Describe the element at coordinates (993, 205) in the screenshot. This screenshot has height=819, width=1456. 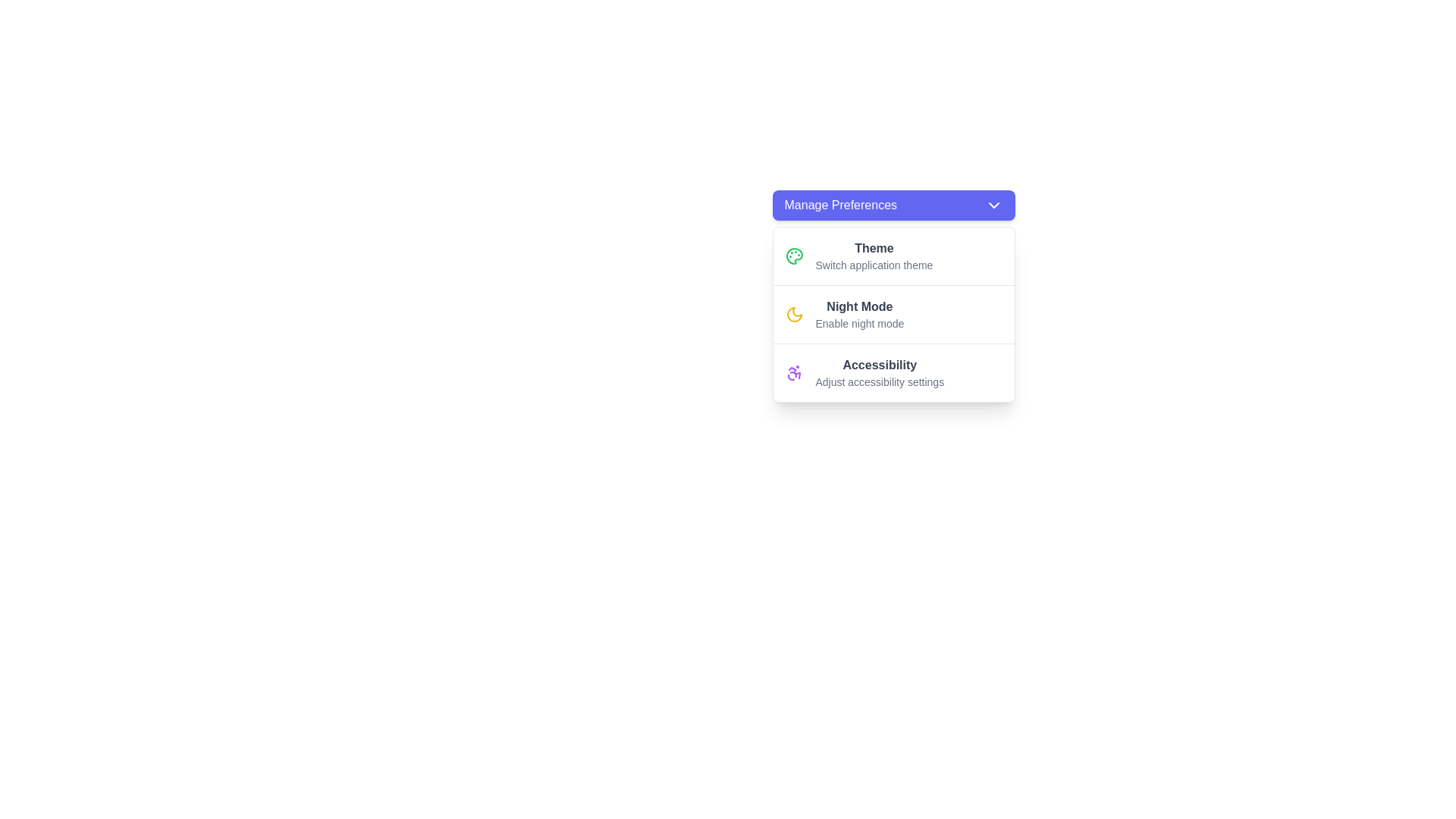
I see `keyboard navigation` at that location.